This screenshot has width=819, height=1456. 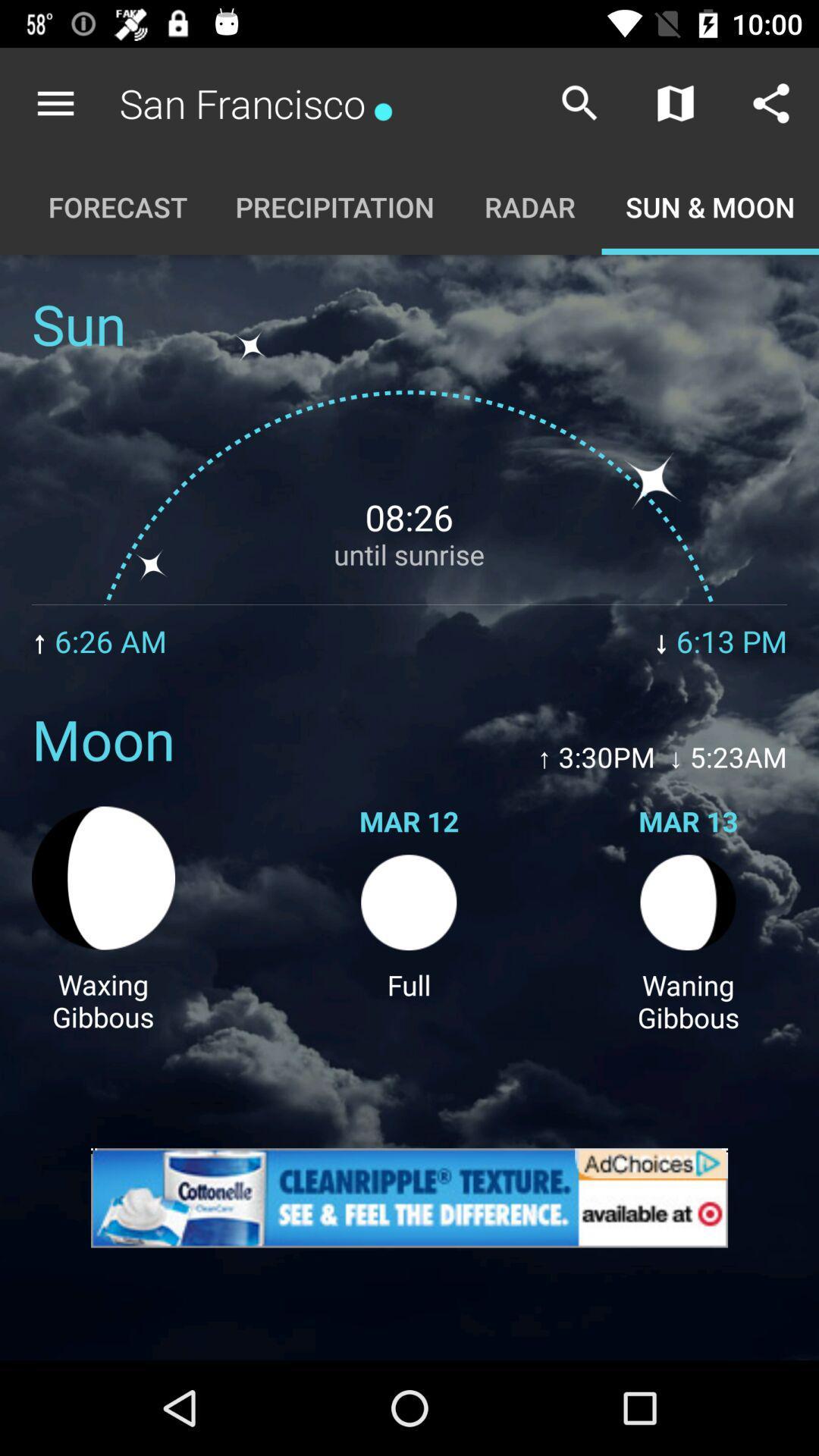 I want to click on the icon to the left of san francisco* app, so click(x=55, y=102).